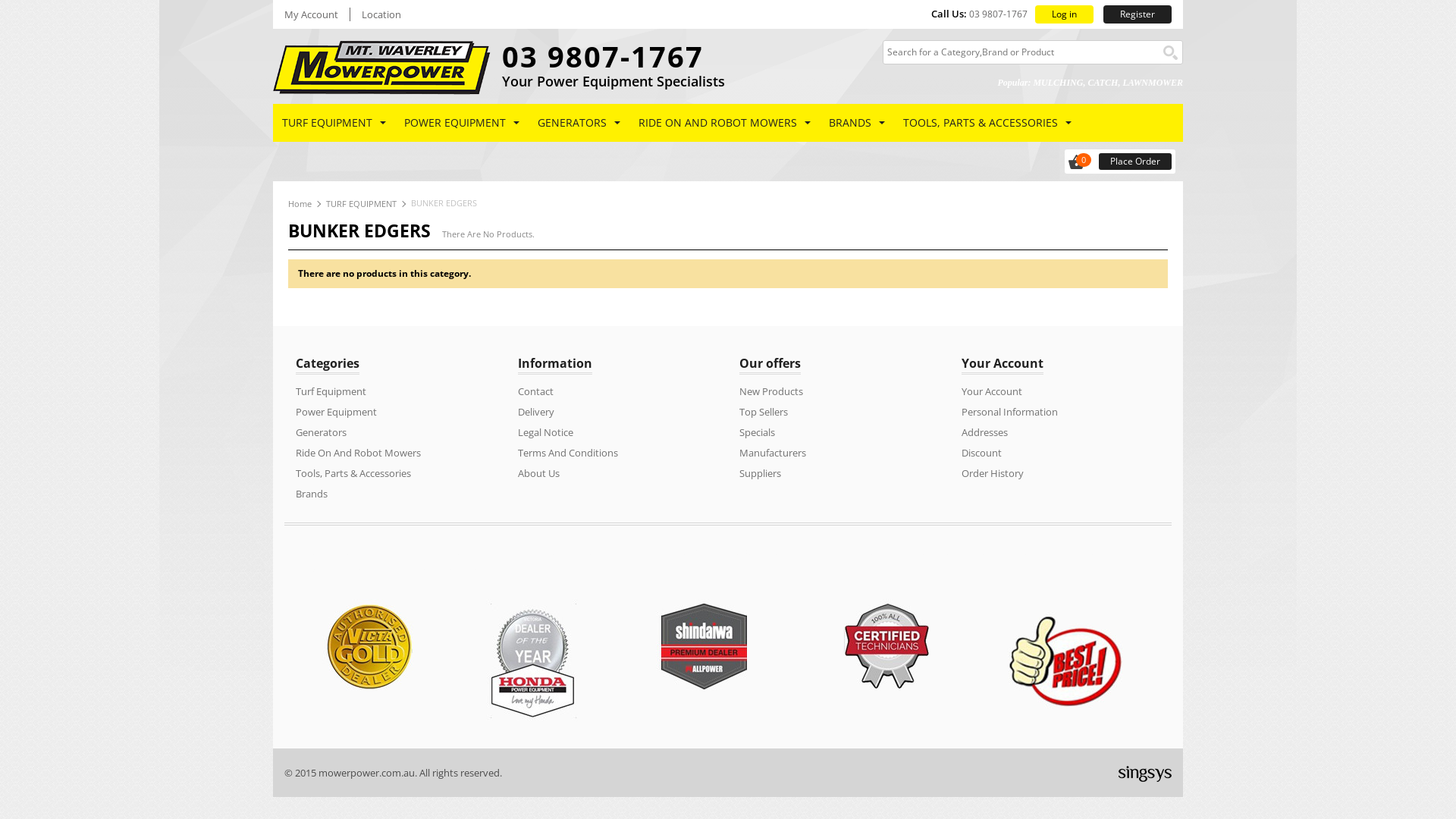 The height and width of the screenshot is (819, 1456). Describe the element at coordinates (1135, 161) in the screenshot. I see `'Place Order'` at that location.